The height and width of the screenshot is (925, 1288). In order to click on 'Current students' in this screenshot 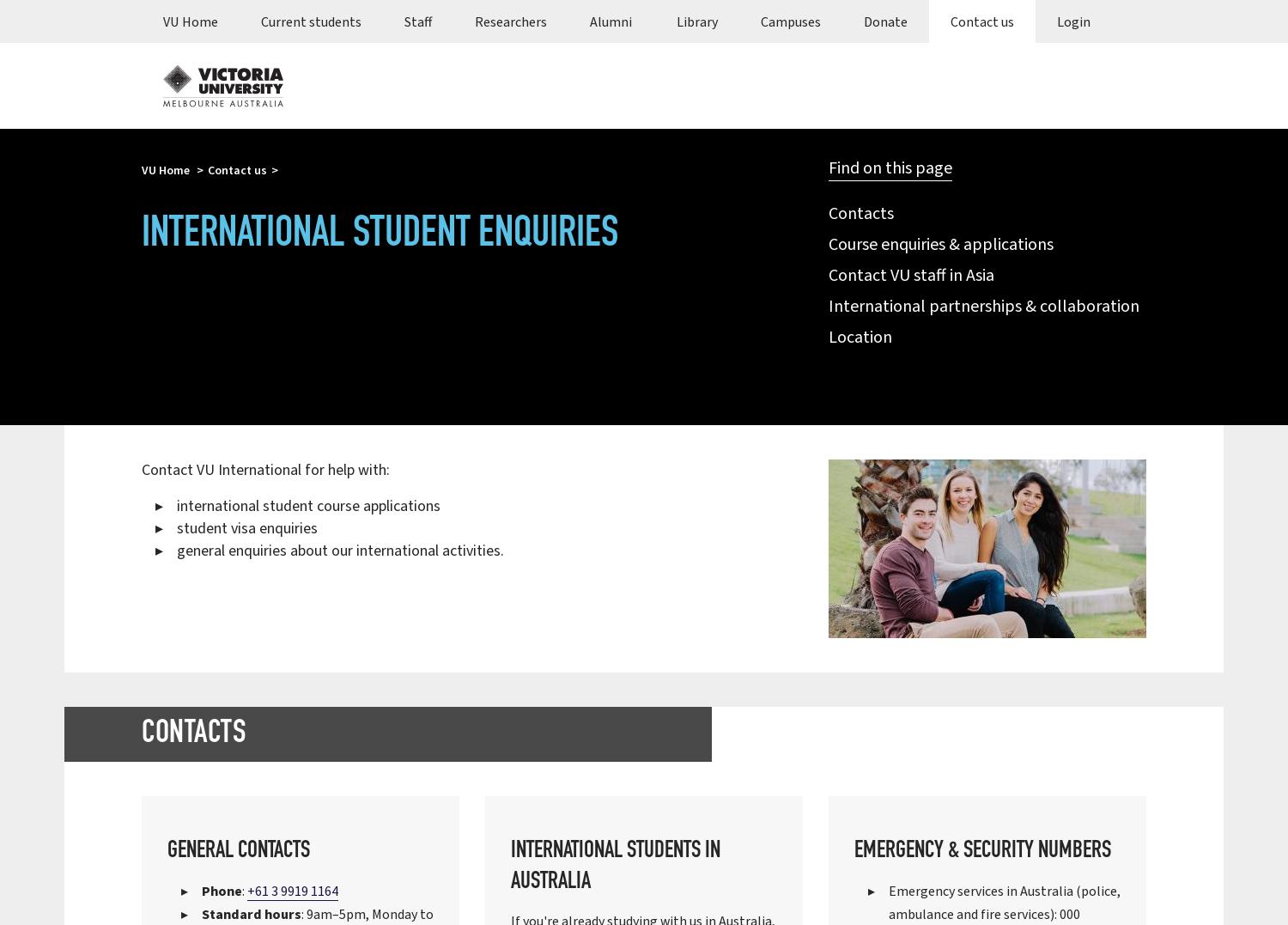, I will do `click(310, 21)`.